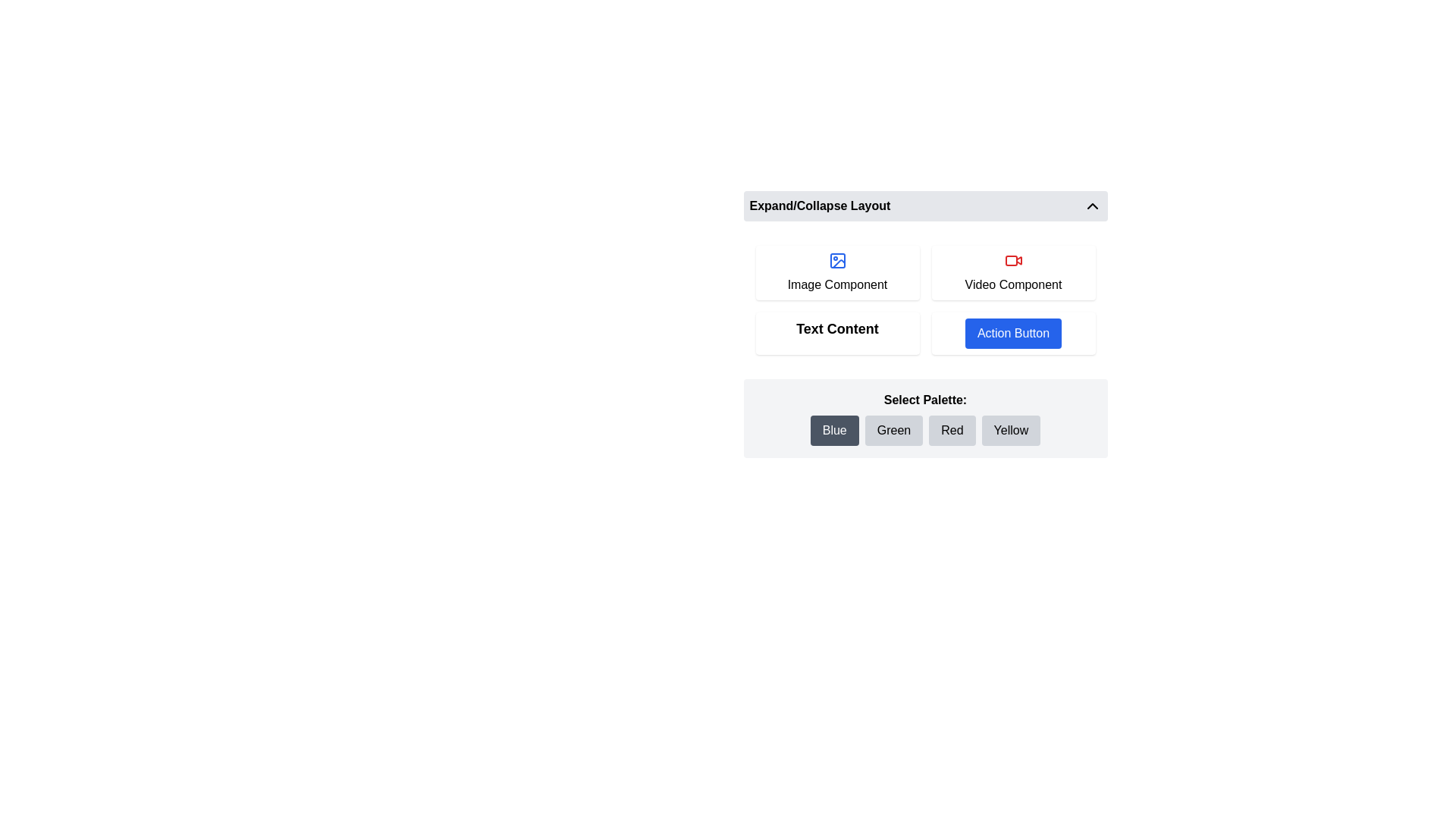 The height and width of the screenshot is (819, 1456). What do you see at coordinates (924, 430) in the screenshot?
I see `the 'Green' button in the color palette selector, which is a horizontal arrangement of four buttons styled with rounded corners, located below the text 'Select Palette:'` at bounding box center [924, 430].